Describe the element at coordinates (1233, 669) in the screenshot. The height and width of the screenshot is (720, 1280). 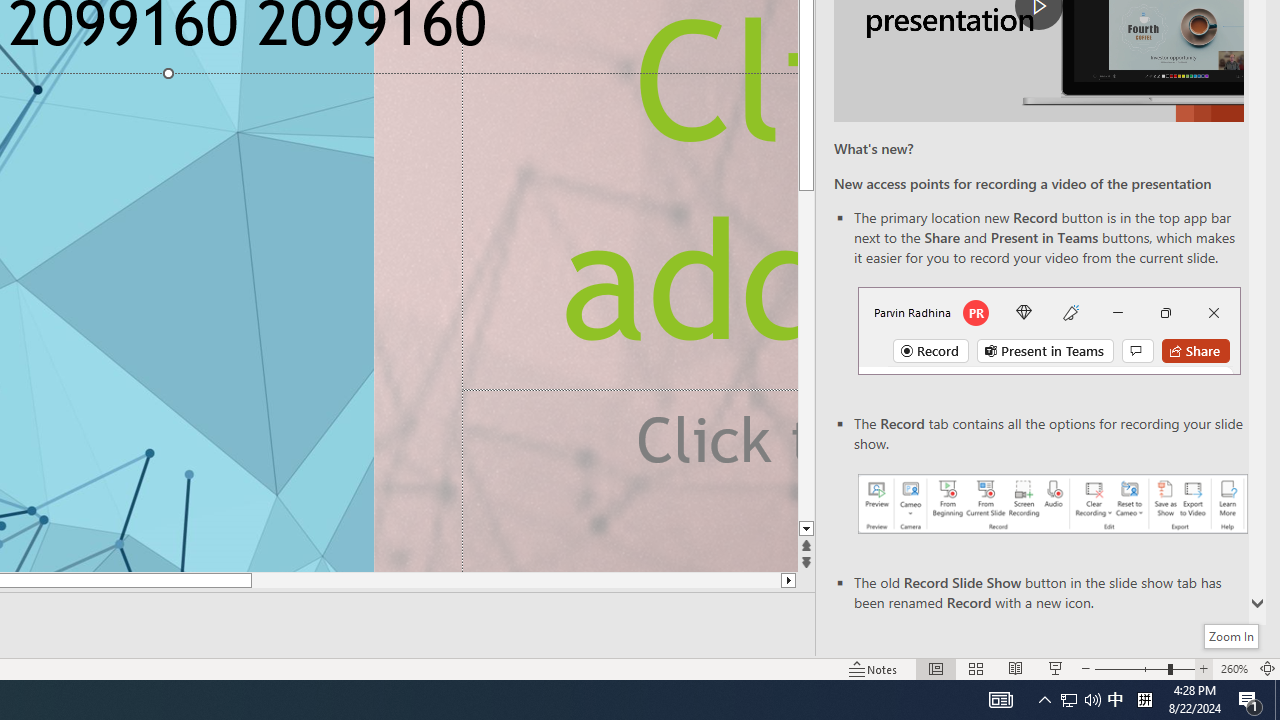
I see `'Zoom 260%'` at that location.